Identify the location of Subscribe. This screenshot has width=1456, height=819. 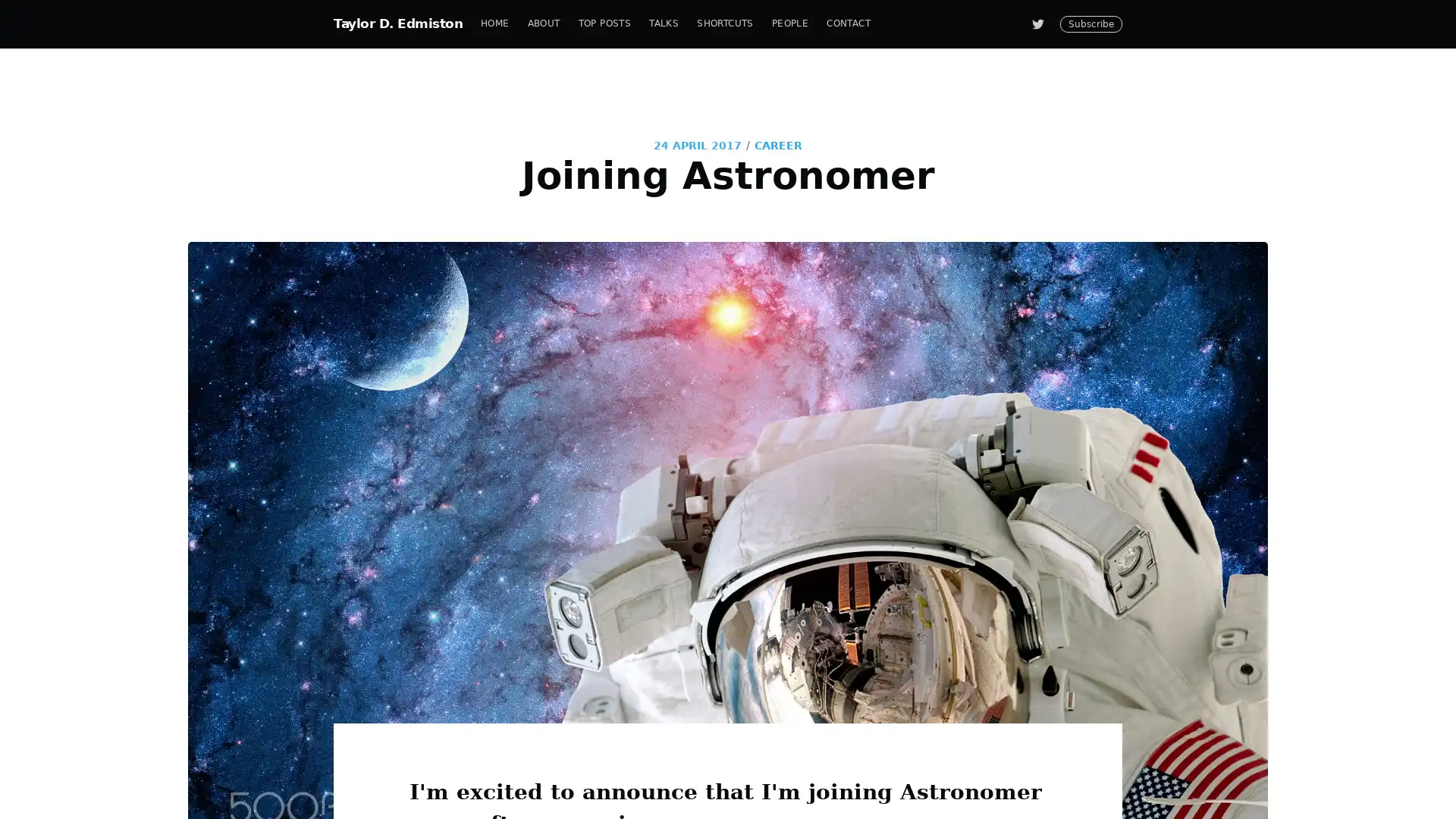
(866, 465).